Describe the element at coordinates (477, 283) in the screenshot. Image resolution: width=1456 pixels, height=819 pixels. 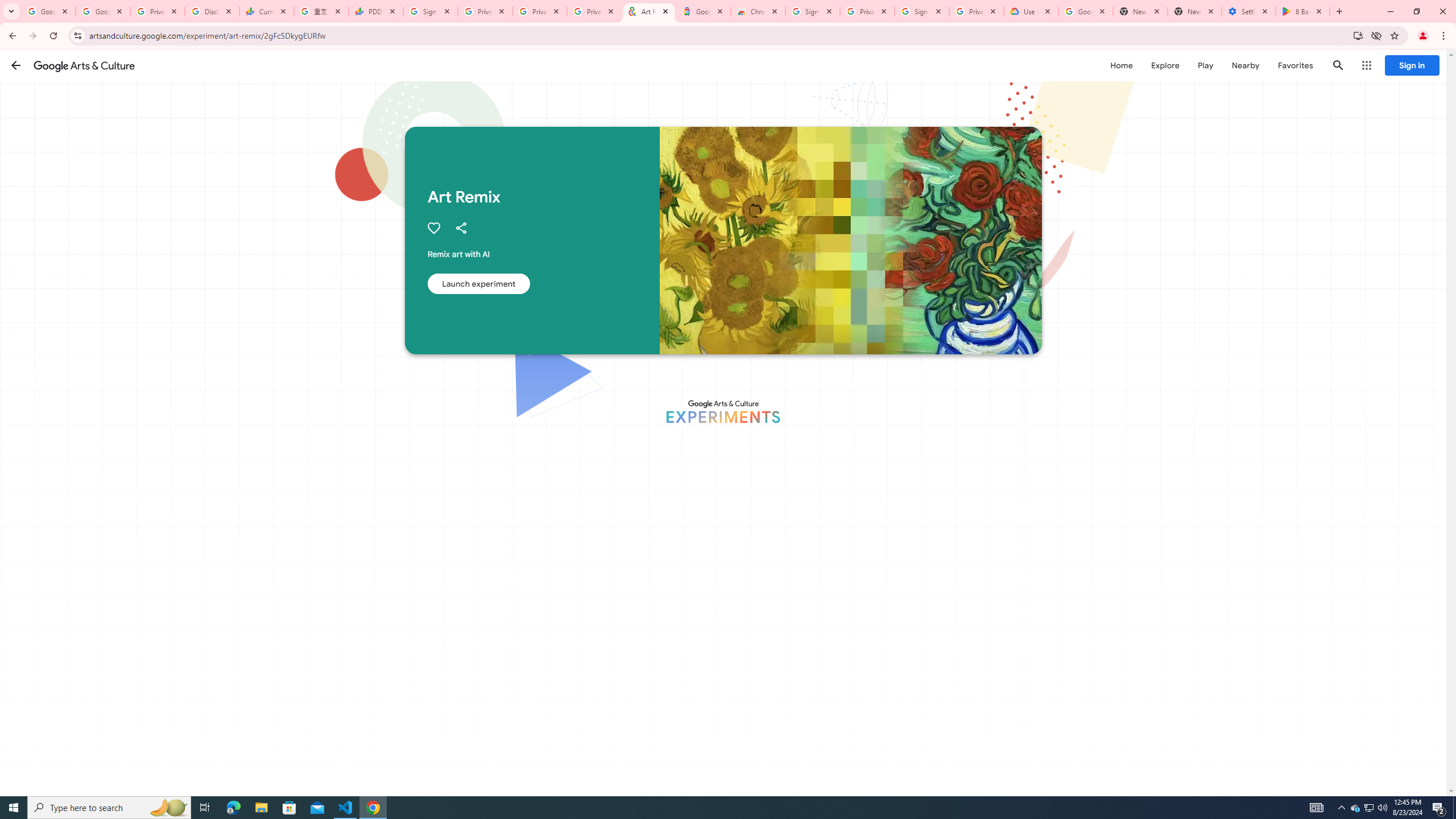
I see `'Launch experiment'` at that location.